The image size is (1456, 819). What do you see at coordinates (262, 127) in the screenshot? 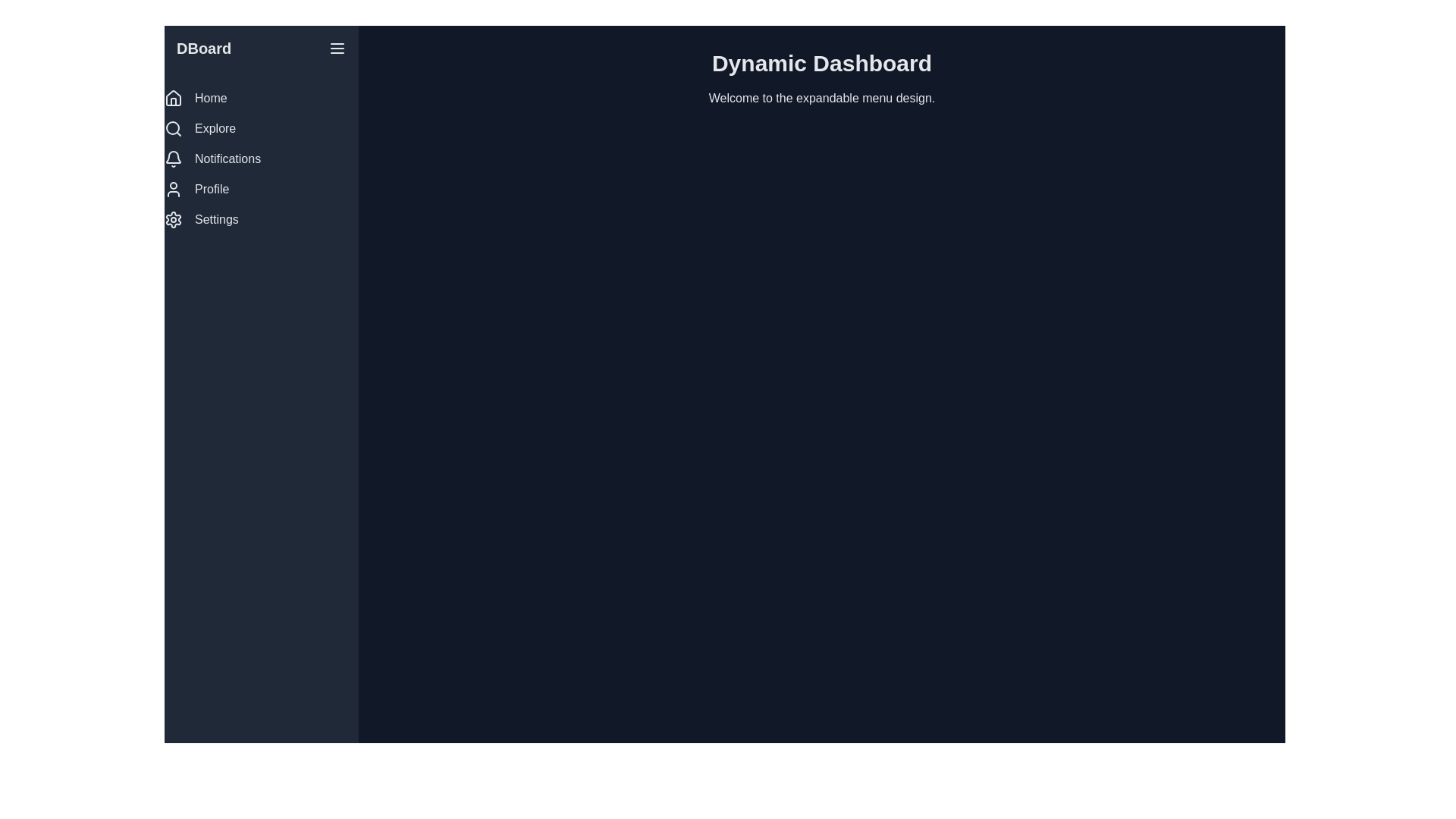
I see `the 'Explore' button, which is the second item in the vertical menu list` at bounding box center [262, 127].